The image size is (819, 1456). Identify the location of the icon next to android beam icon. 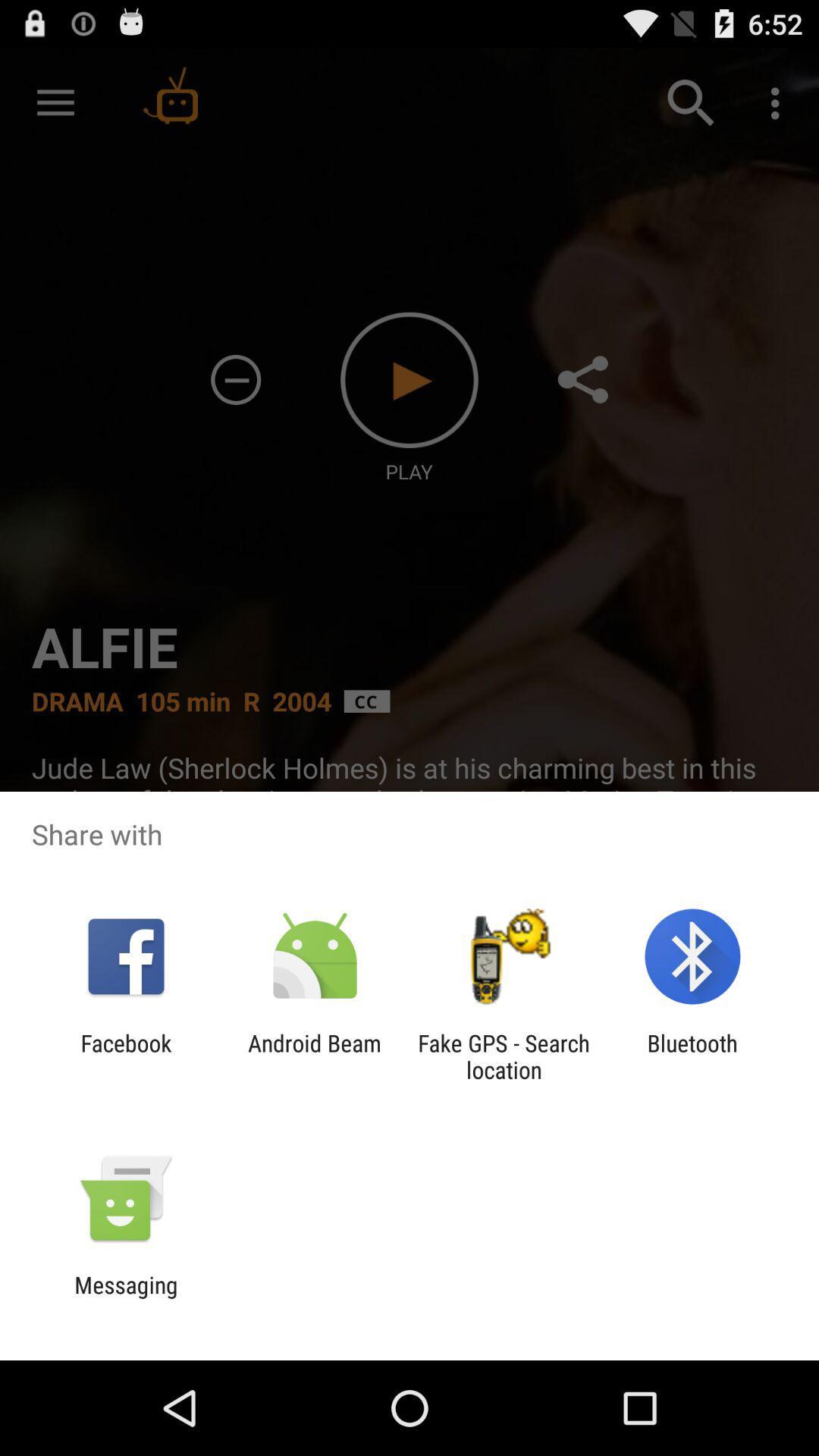
(504, 1056).